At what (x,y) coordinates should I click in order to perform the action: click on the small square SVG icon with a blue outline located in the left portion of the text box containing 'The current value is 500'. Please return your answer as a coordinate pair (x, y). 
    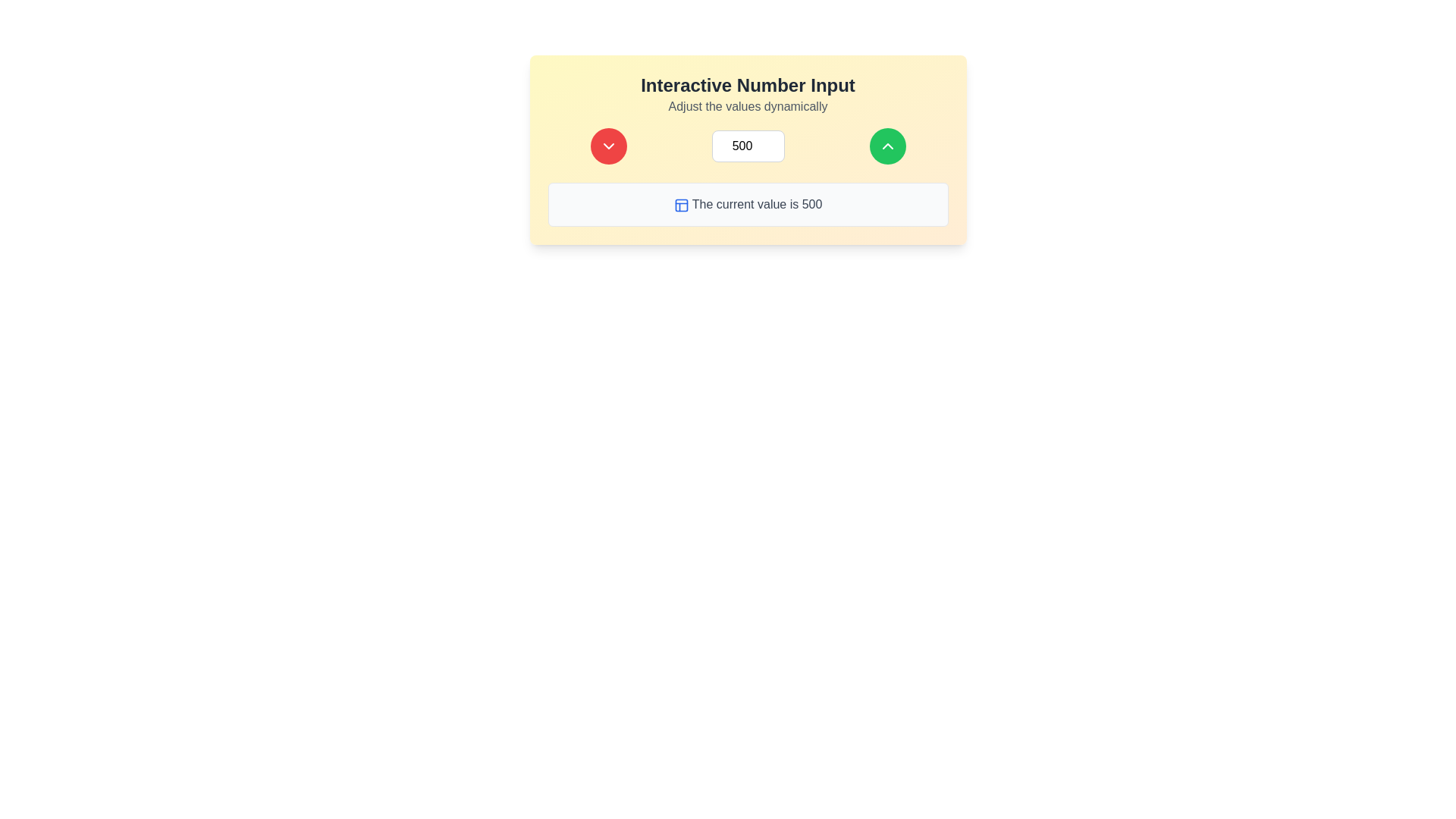
    Looking at the image, I should click on (680, 205).